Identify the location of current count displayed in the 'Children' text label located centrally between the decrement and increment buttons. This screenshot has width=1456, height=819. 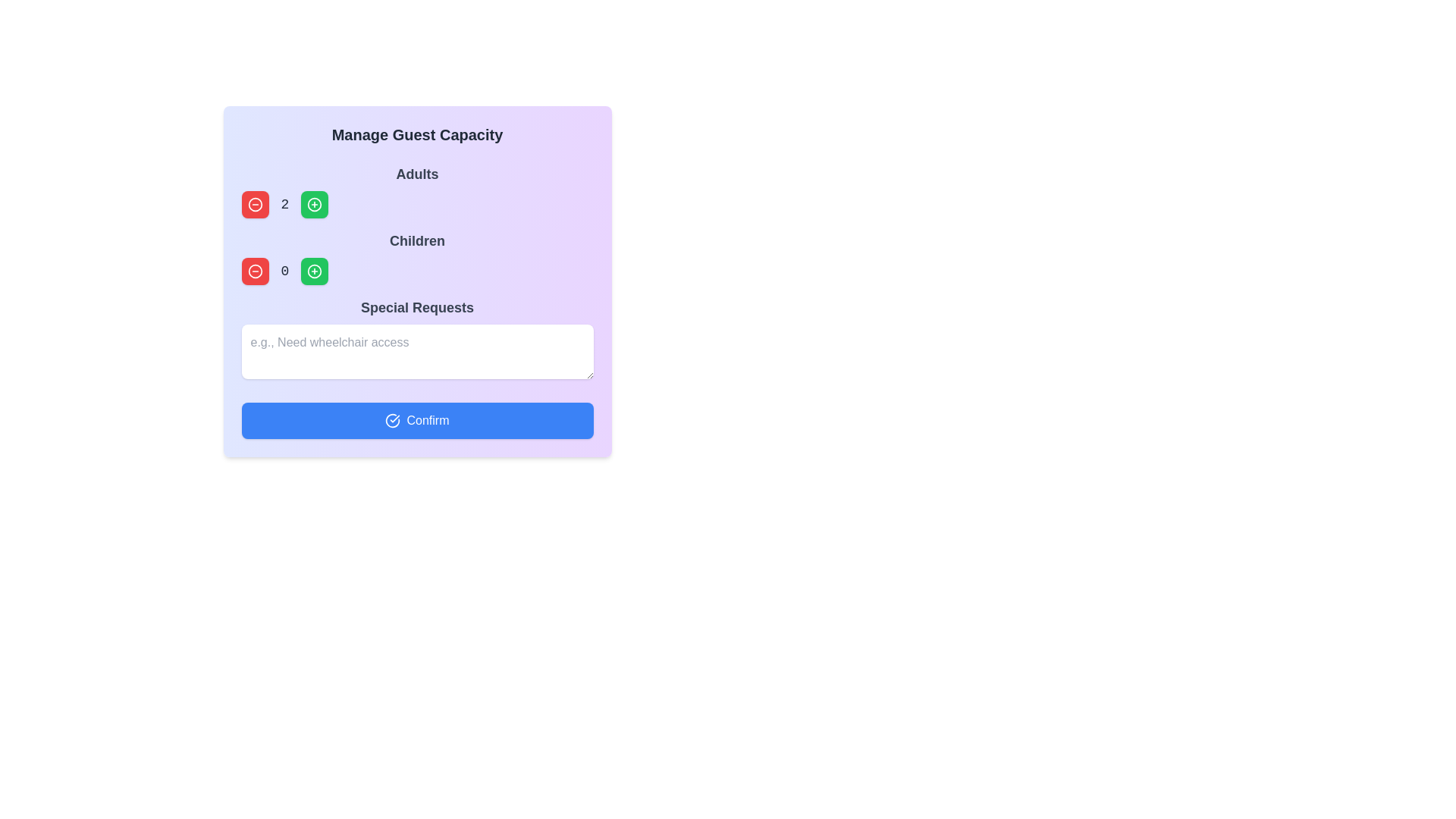
(284, 271).